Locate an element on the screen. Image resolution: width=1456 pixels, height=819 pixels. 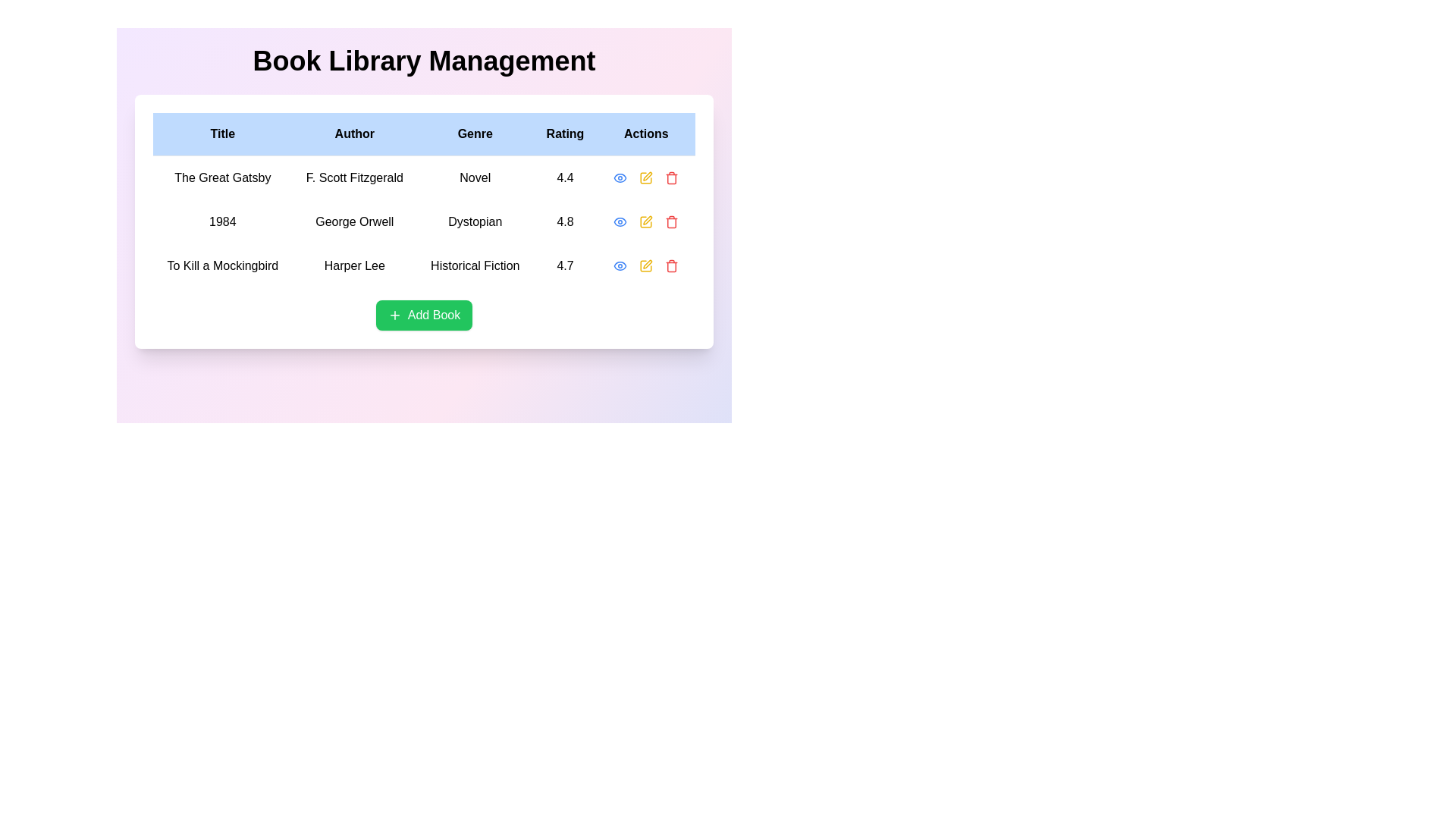
the edit icon in the 'Actions' column of the second row to initiate editing of the '1984' book entry is located at coordinates (646, 222).